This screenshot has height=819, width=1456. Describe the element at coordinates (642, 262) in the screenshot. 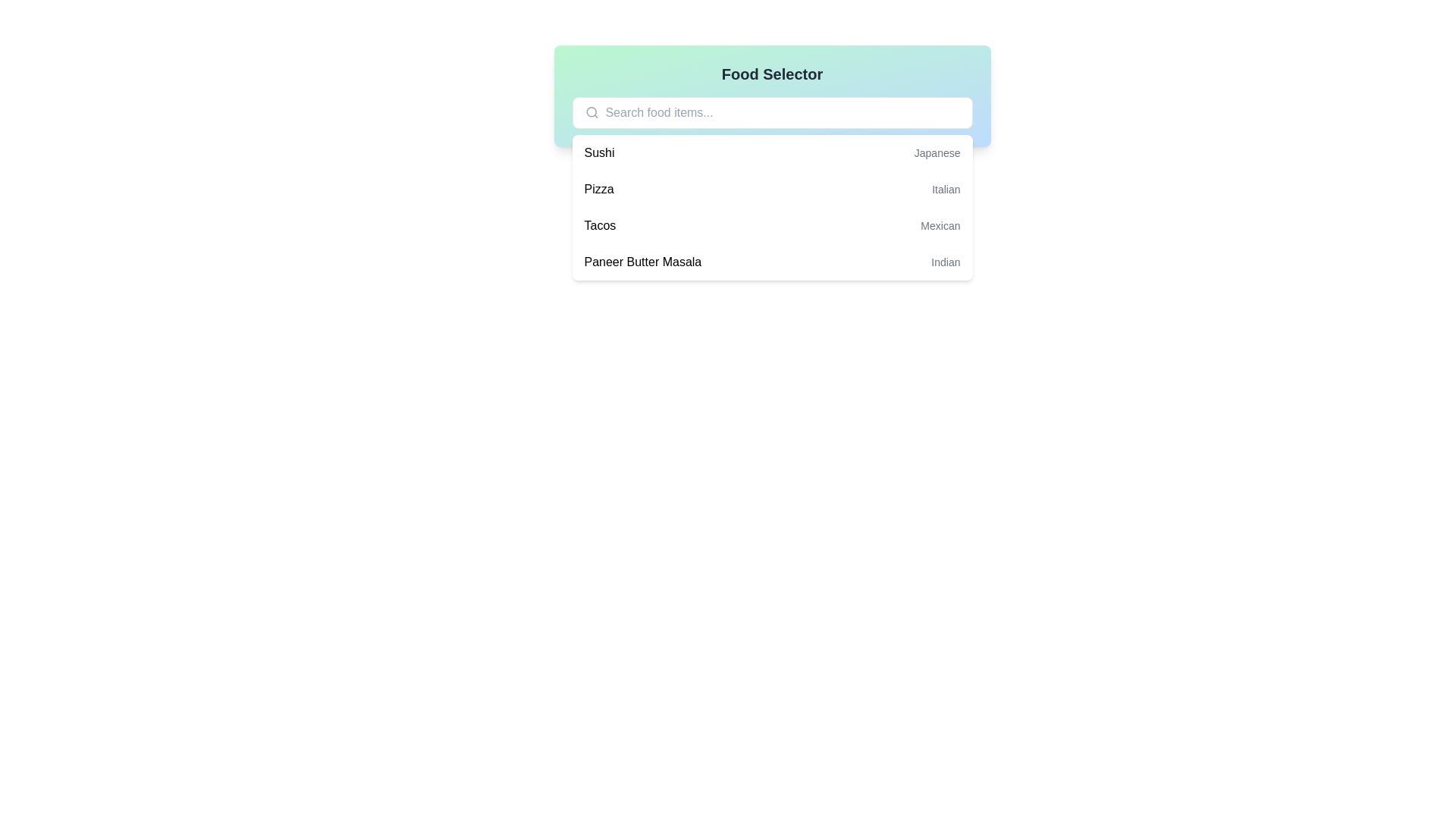

I see `the text 'Paneer Butter Masala'` at that location.